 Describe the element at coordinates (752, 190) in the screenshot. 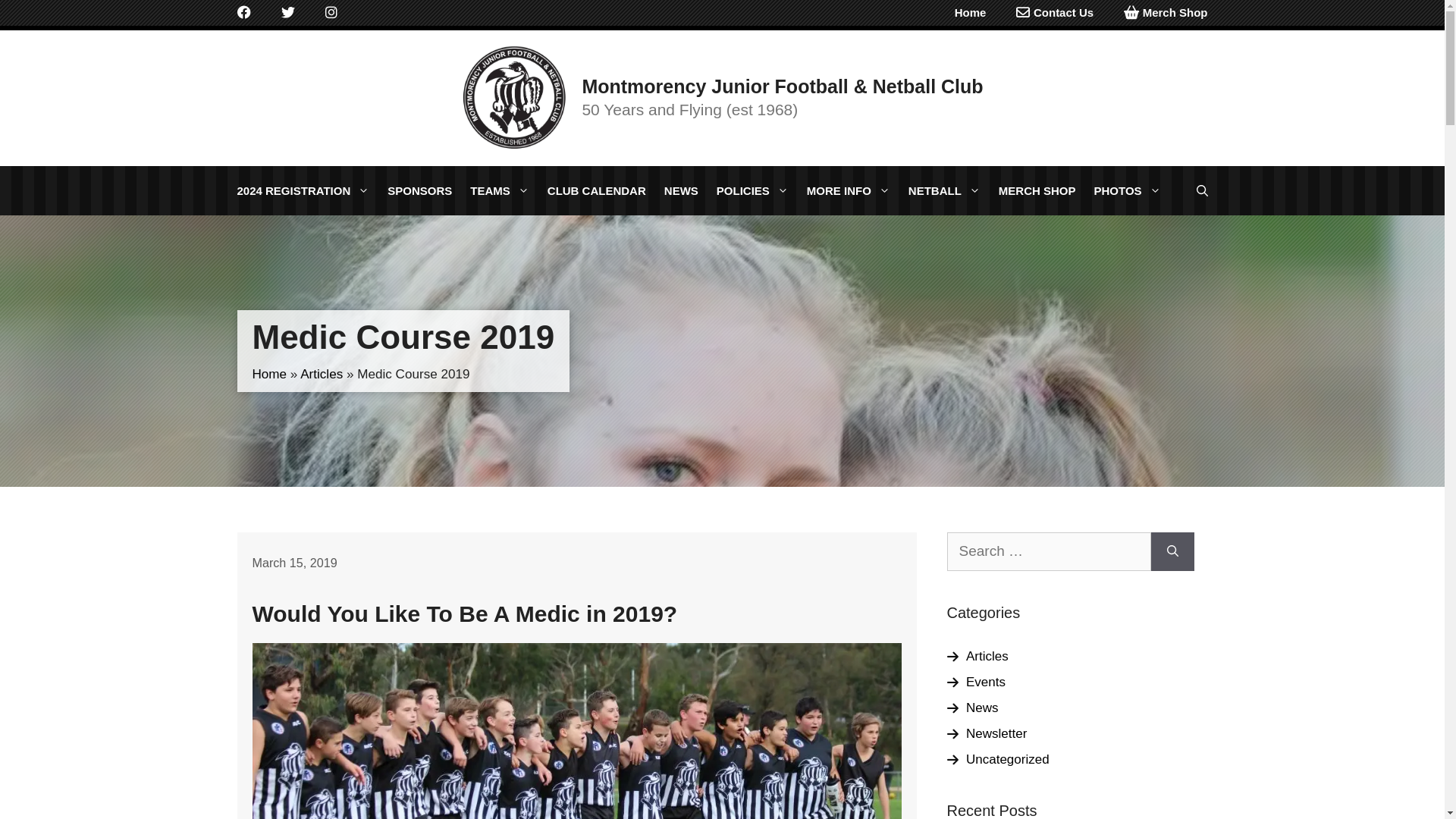

I see `'POLICIES'` at that location.